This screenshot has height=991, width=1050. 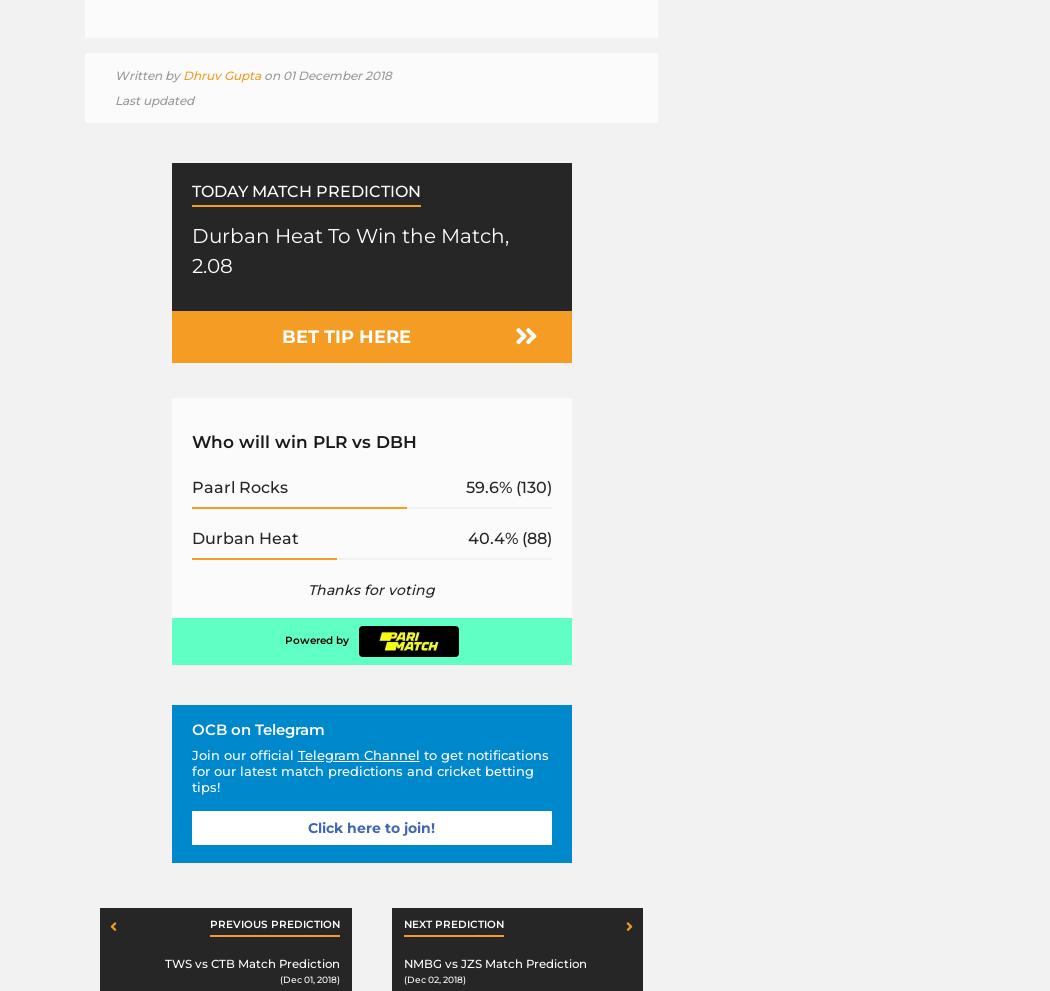 I want to click on 'NMBG vs JZS Match Prediction', so click(x=493, y=962).